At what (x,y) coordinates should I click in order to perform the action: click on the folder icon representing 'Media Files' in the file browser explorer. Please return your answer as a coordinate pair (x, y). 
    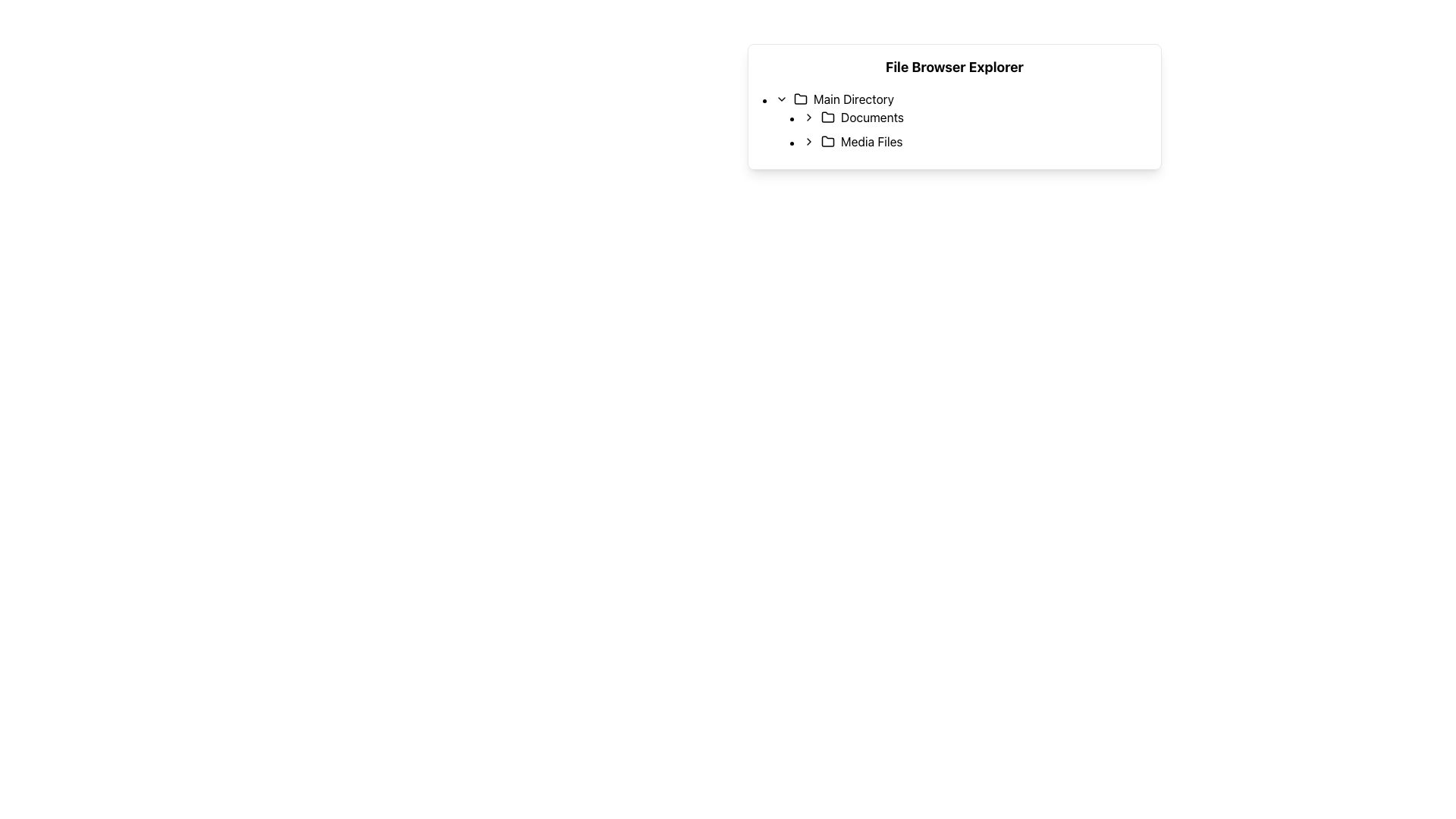
    Looking at the image, I should click on (827, 140).